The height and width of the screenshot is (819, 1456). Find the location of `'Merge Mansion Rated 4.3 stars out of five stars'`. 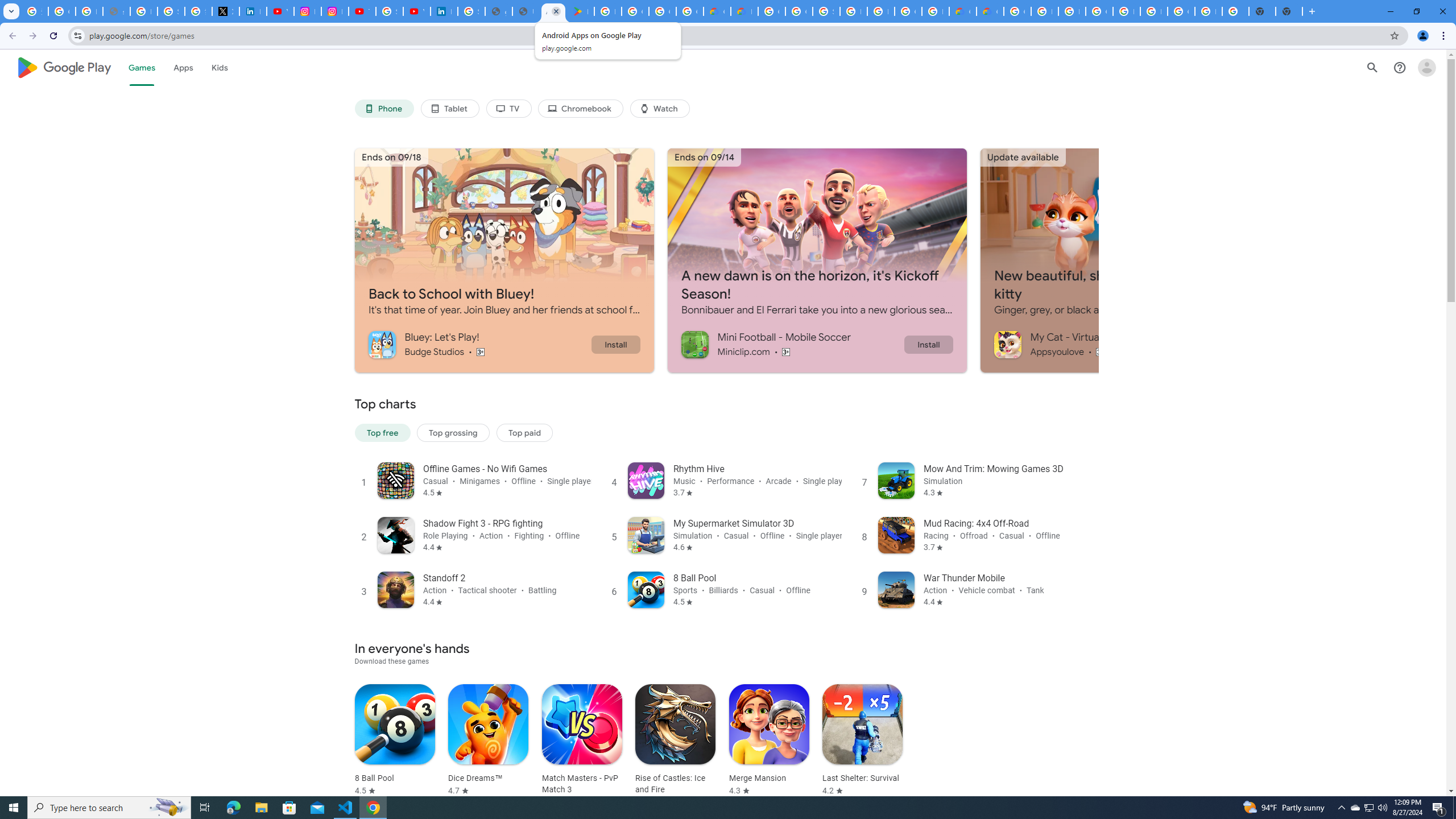

'Merge Mansion Rated 4.3 stars out of five stars' is located at coordinates (768, 740).